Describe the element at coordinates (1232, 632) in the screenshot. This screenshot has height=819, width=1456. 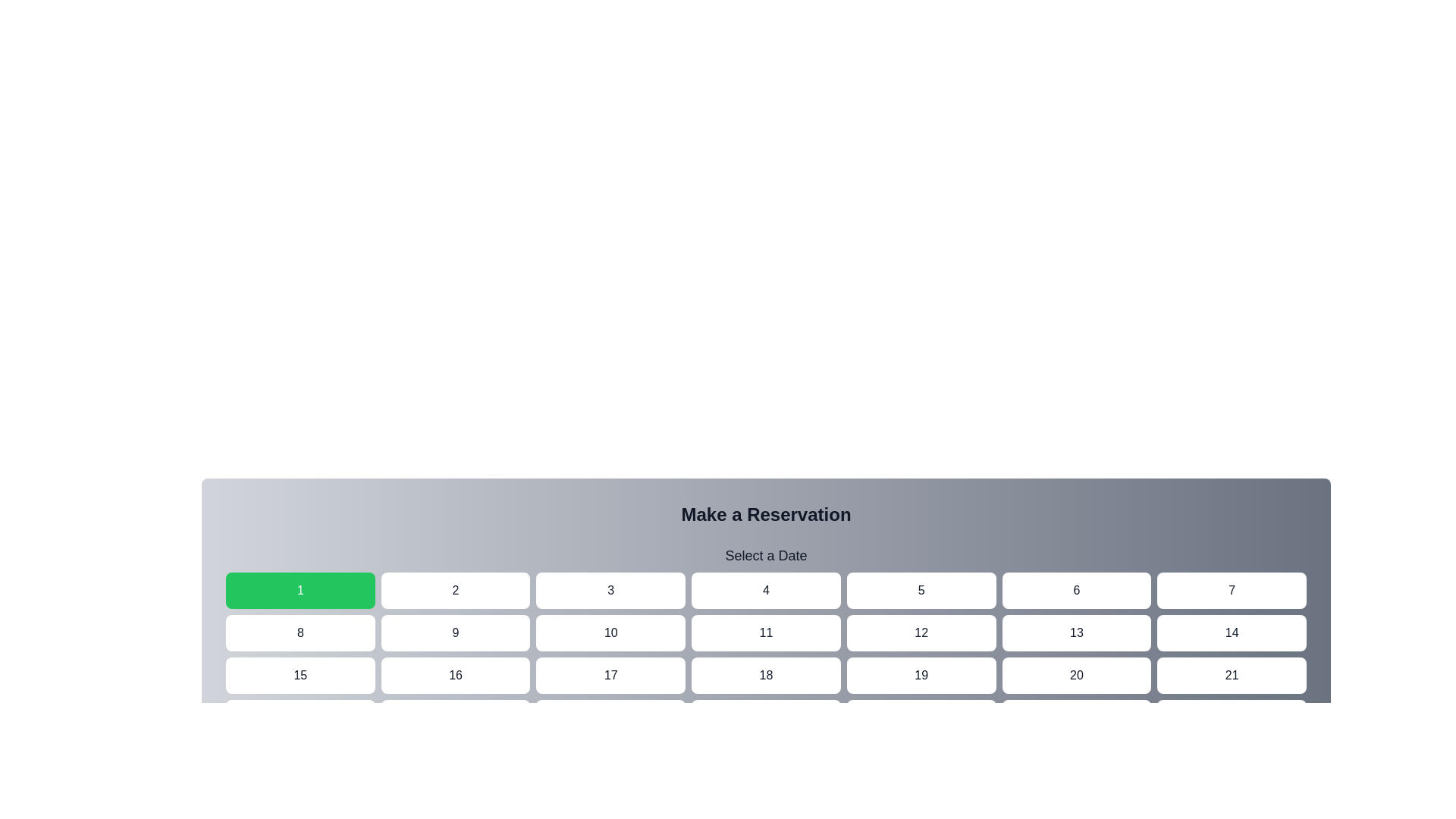
I see `the button labeled '14' with rounded corners and a white background, located in the second row and seventh column of the grid layout` at that location.